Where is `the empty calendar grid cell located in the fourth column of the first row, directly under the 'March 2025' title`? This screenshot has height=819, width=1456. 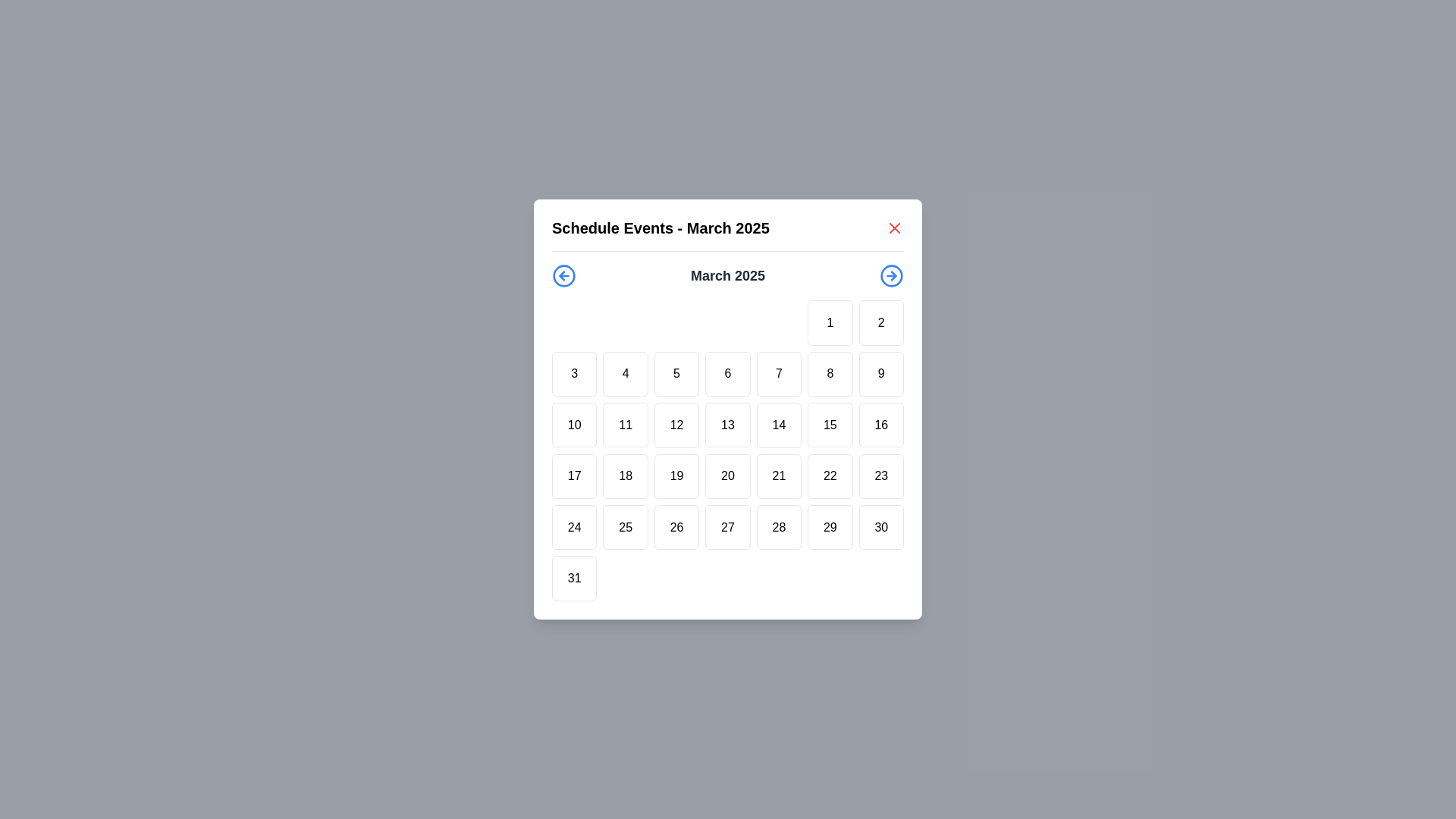 the empty calendar grid cell located in the fourth column of the first row, directly under the 'March 2025' title is located at coordinates (728, 322).